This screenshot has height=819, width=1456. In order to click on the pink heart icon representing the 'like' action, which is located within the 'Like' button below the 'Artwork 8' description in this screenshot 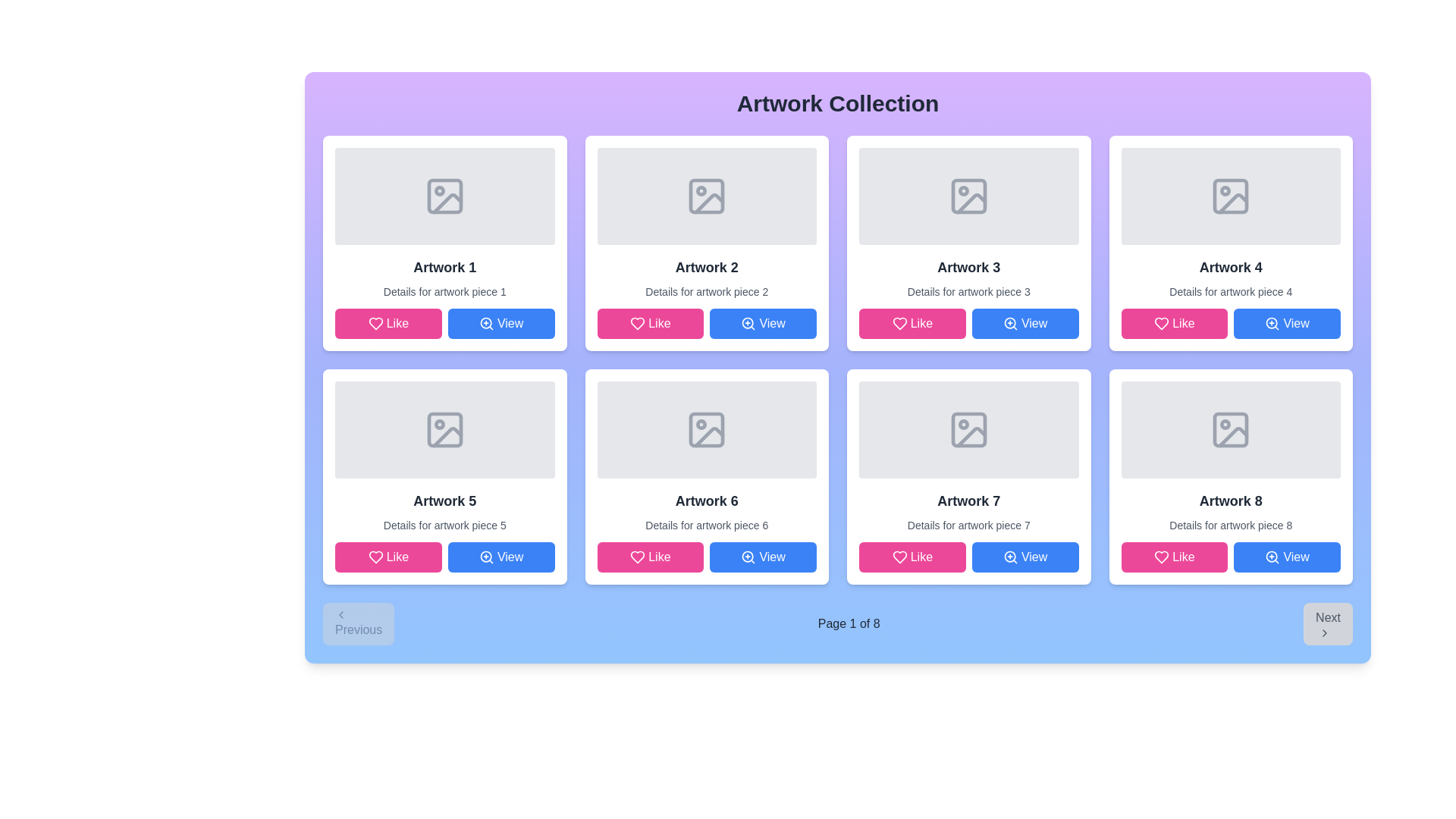, I will do `click(1161, 557)`.